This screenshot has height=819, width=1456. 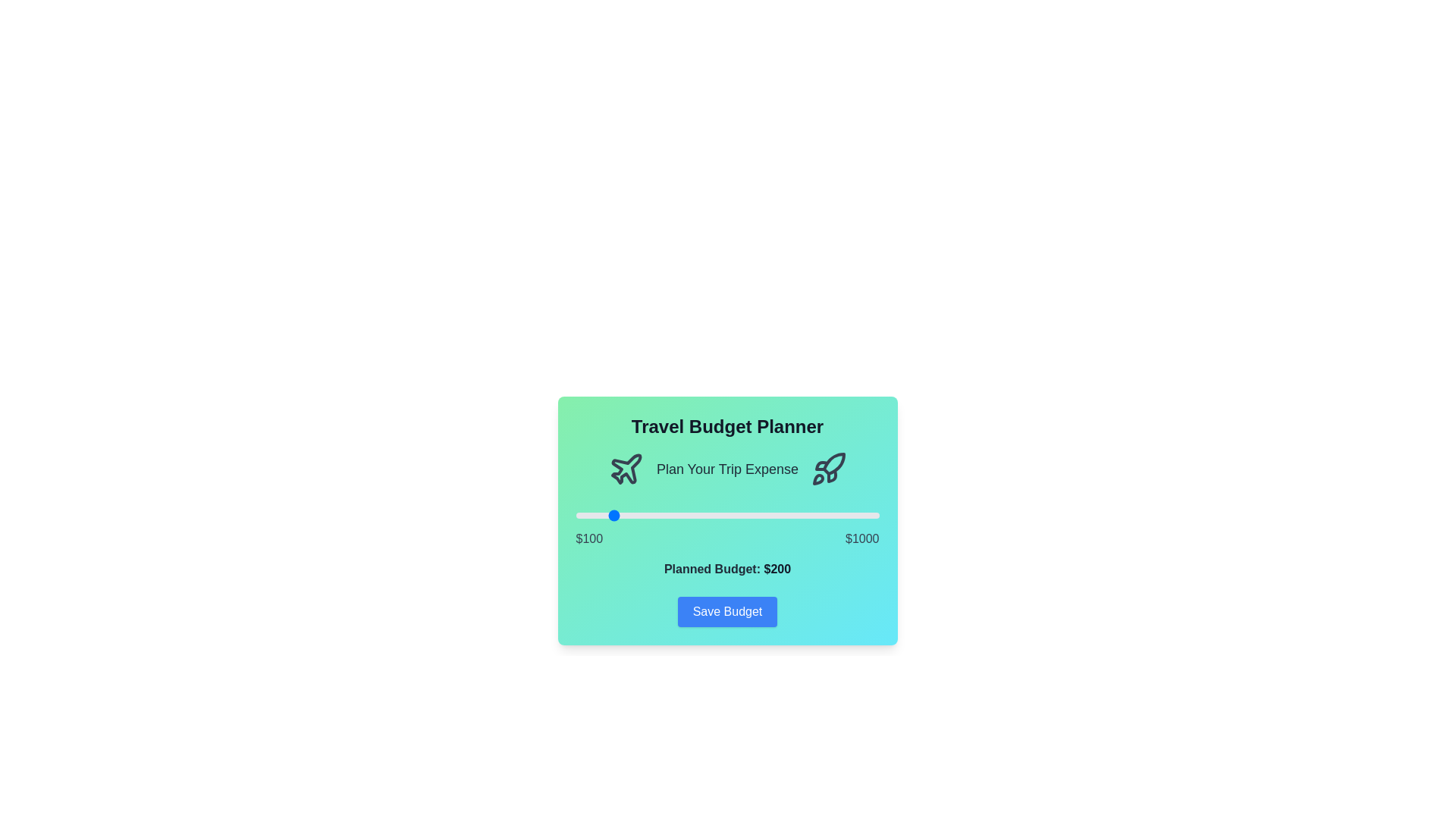 What do you see at coordinates (740, 514) in the screenshot?
I see `the budget slider to set the budget to 588` at bounding box center [740, 514].